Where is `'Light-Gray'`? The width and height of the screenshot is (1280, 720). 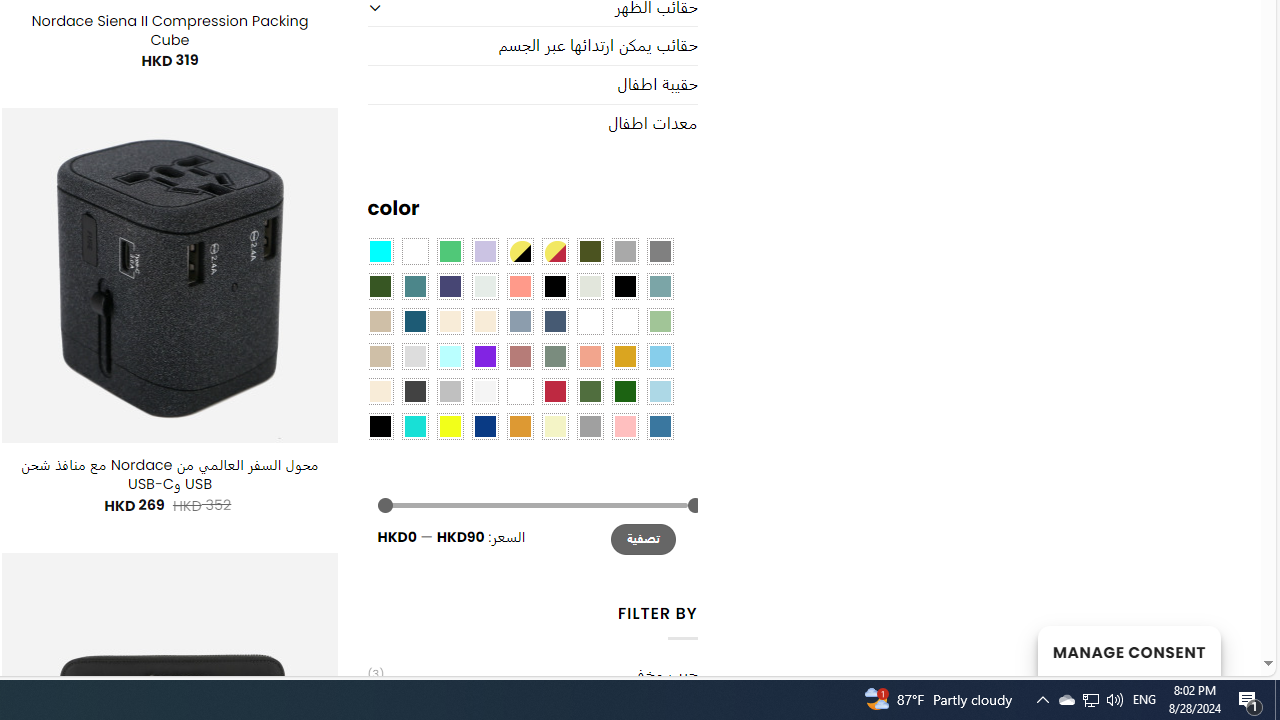 'Light-Gray' is located at coordinates (413, 354).